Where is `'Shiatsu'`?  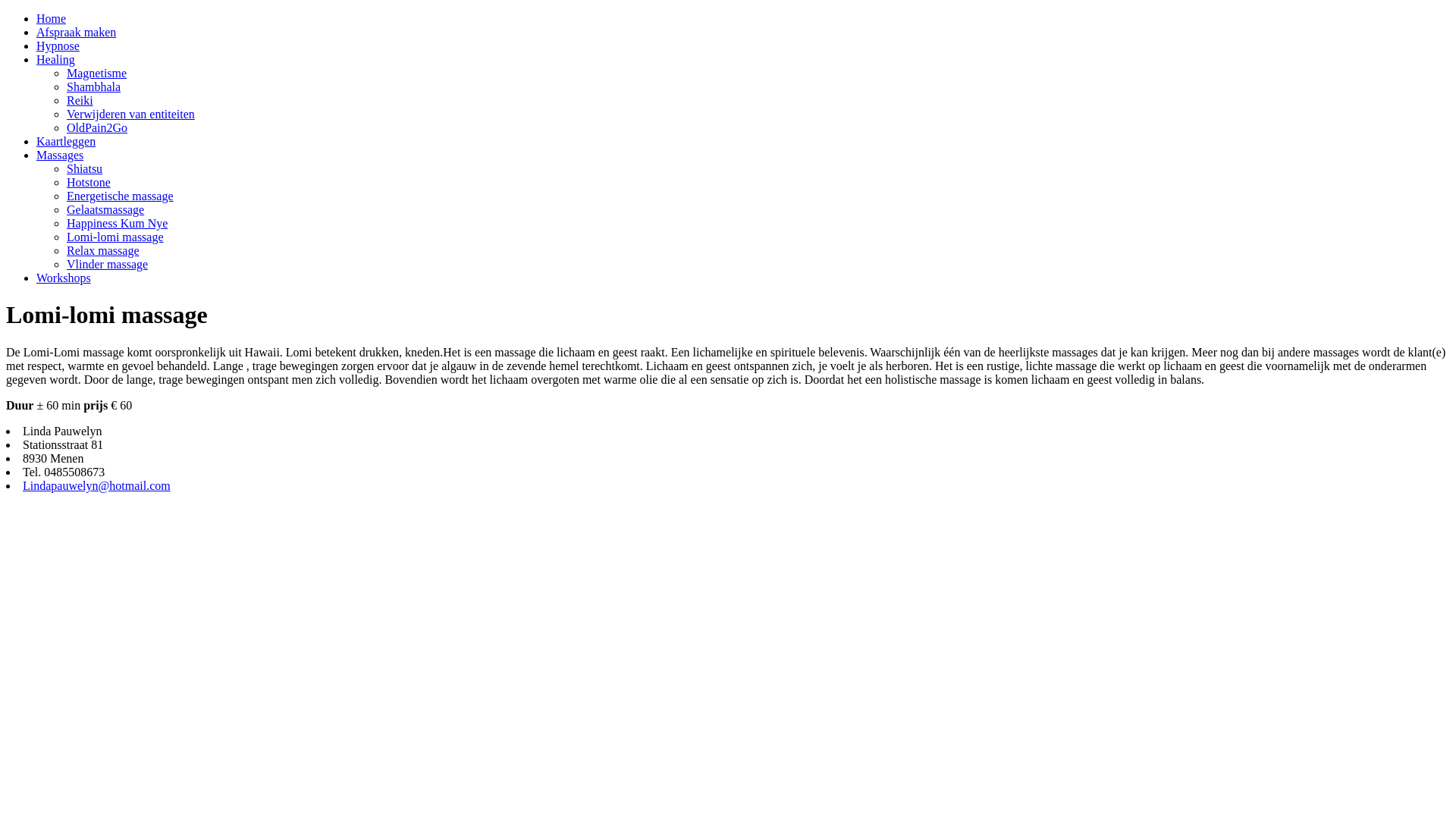
'Shiatsu' is located at coordinates (83, 168).